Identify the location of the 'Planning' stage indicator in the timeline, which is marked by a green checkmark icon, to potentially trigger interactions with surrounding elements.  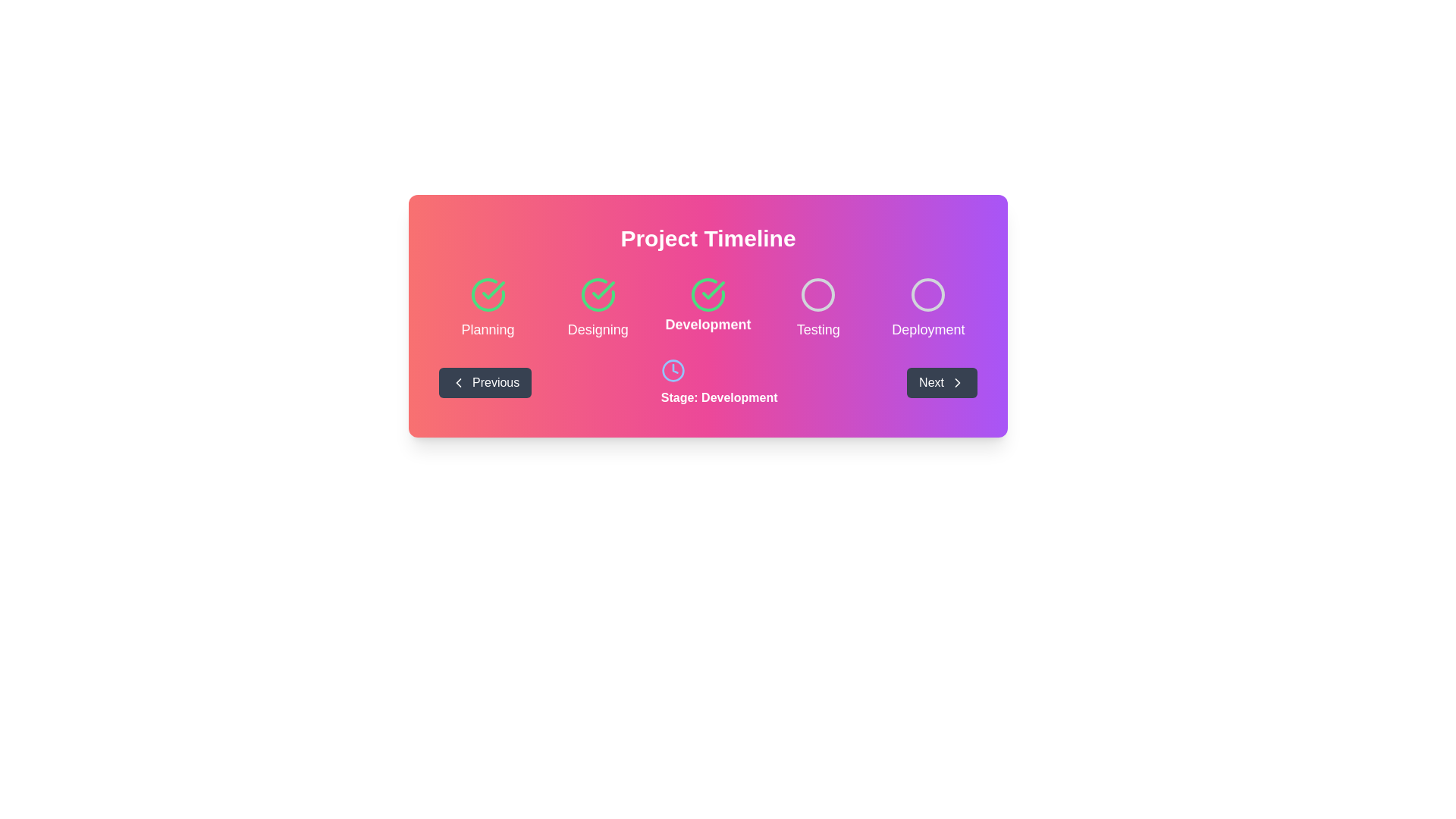
(488, 308).